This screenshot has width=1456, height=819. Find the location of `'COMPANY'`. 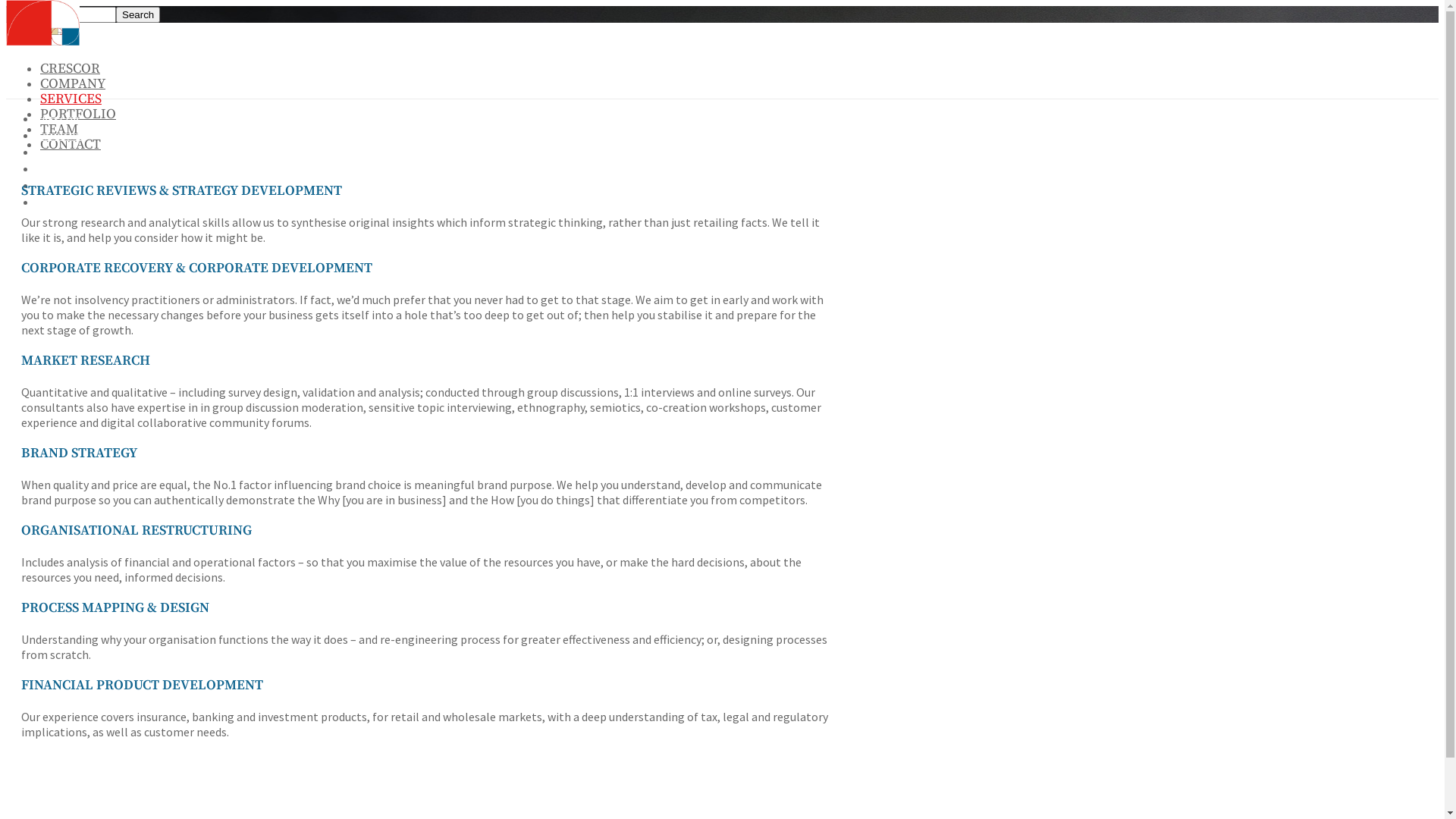

'COMPANY' is located at coordinates (58, 135).